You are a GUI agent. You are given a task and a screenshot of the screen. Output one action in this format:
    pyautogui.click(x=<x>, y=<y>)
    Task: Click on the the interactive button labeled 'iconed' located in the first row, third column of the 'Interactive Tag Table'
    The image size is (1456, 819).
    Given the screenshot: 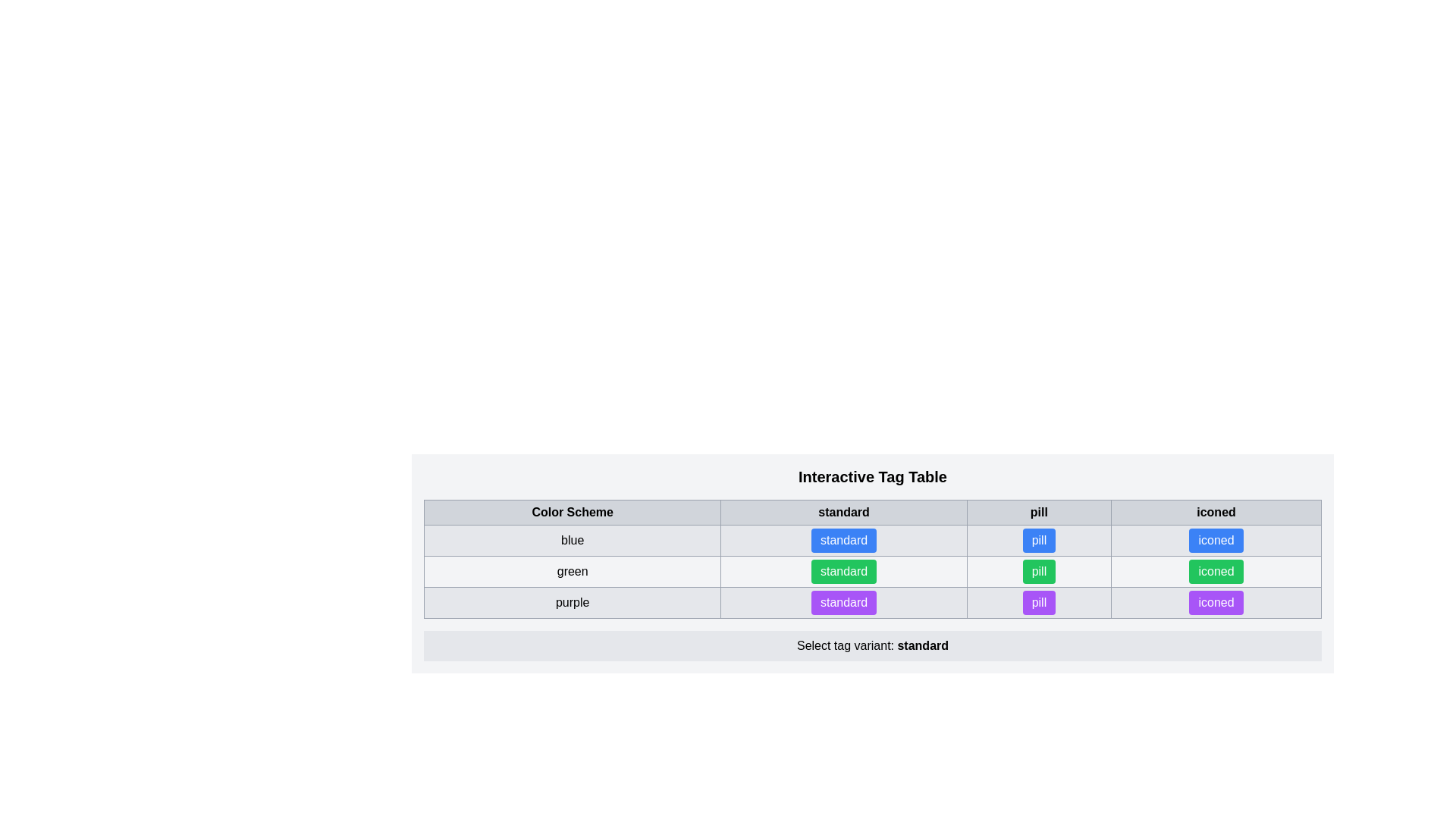 What is the action you would take?
    pyautogui.click(x=1216, y=540)
    